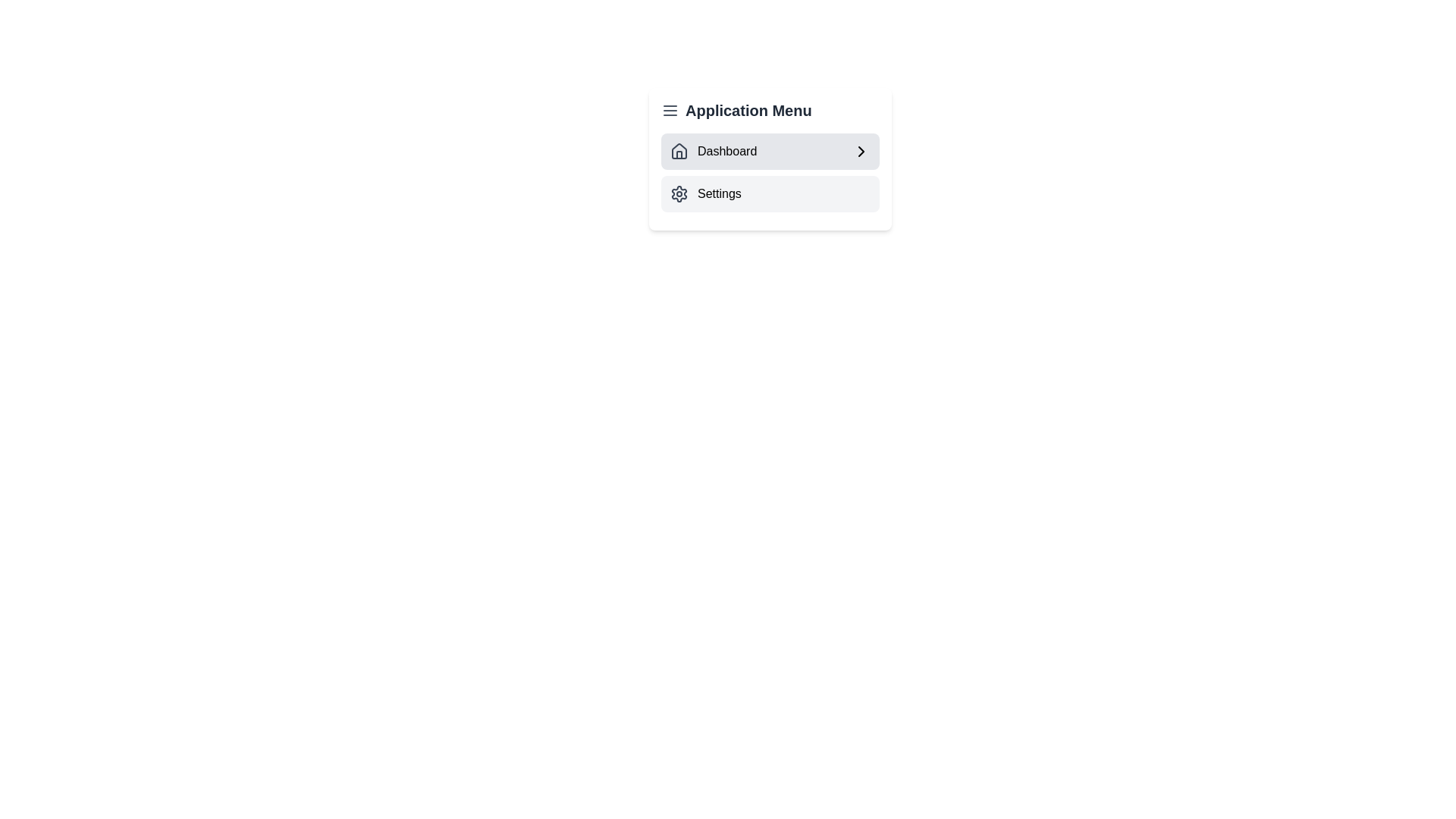 The image size is (1456, 819). Describe the element at coordinates (861, 152) in the screenshot. I see `the chevron icon located at the far right of the 'Dashboard' menu entry to view it as an indicator for additional functionality` at that location.